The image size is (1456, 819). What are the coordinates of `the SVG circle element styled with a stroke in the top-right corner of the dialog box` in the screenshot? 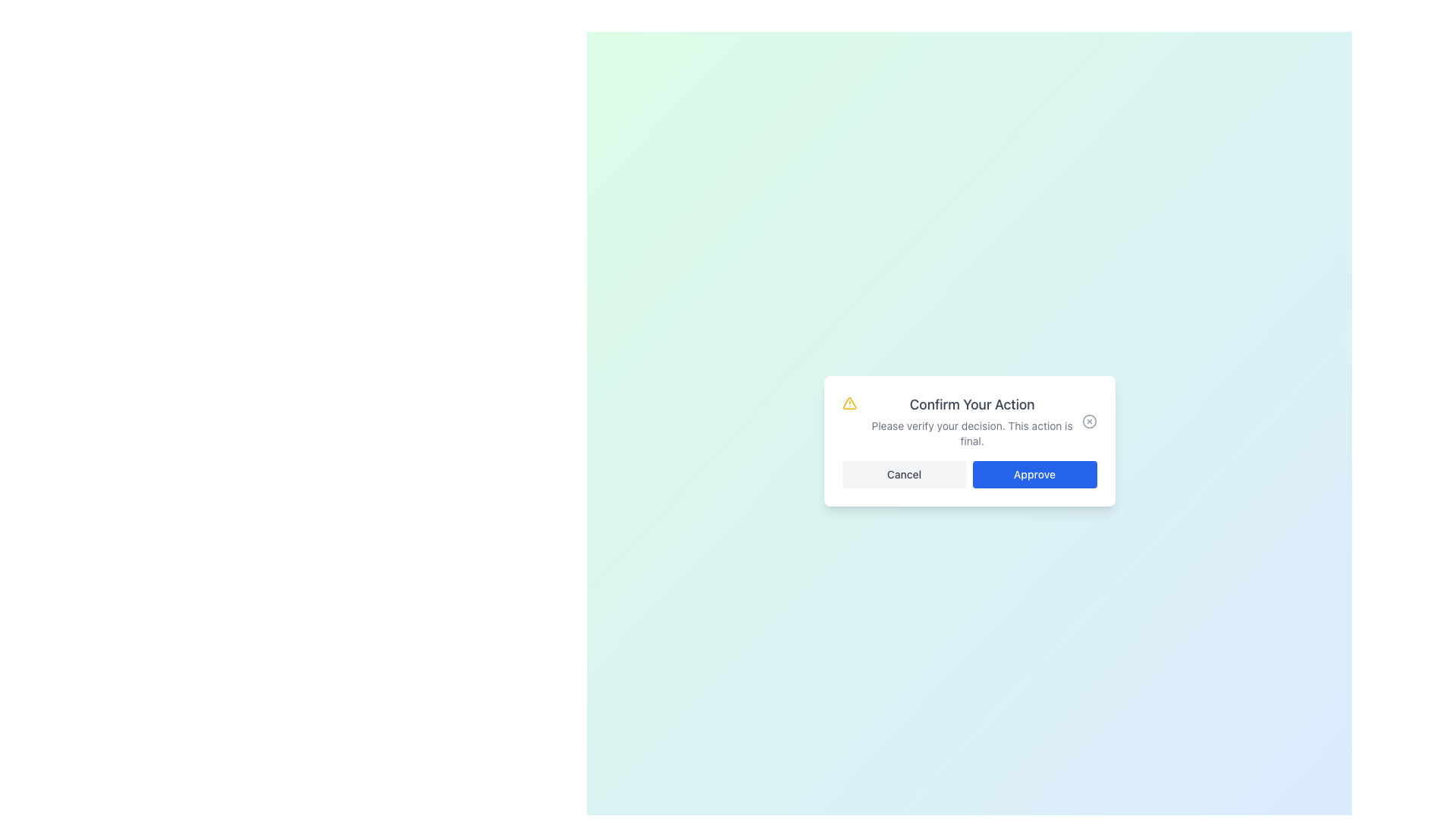 It's located at (1088, 421).